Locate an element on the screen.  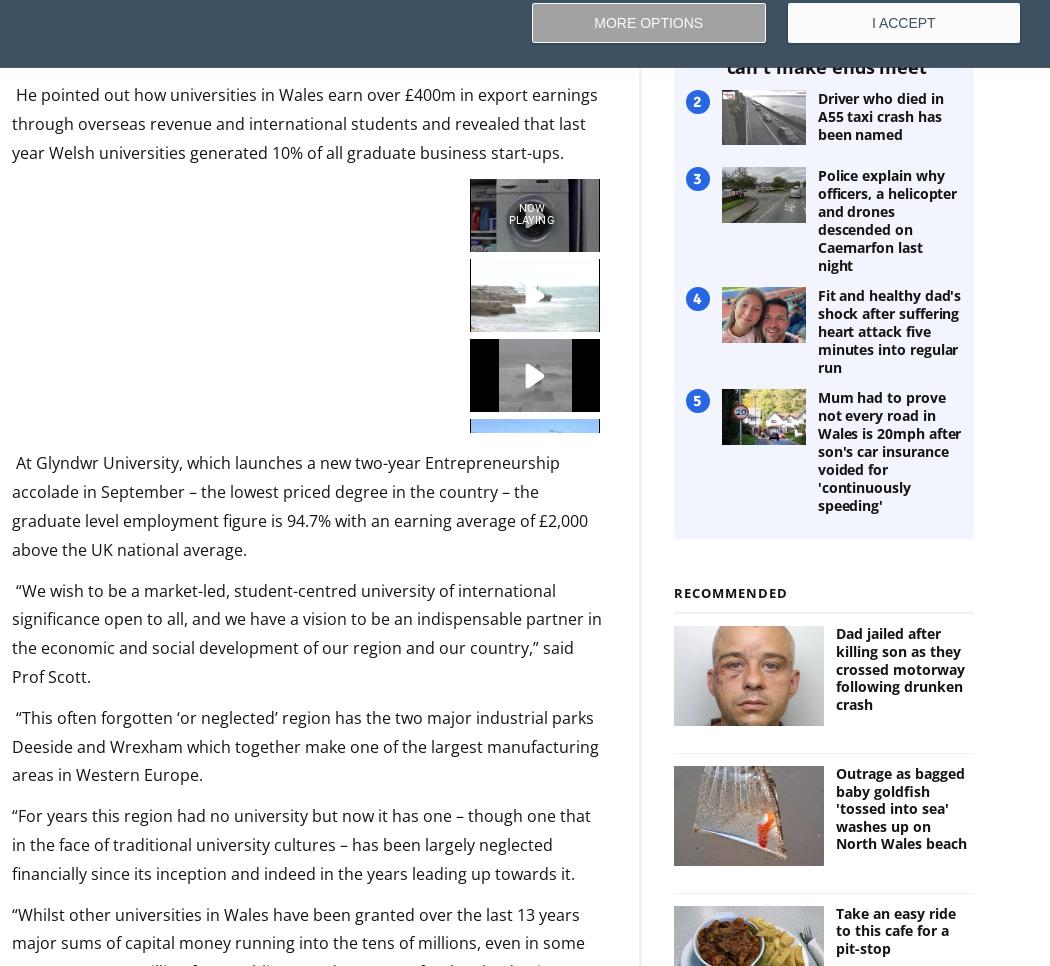
'Anglesey campsite family fleeing to England as they 'can't make ends meet'' is located at coordinates (837, 43).